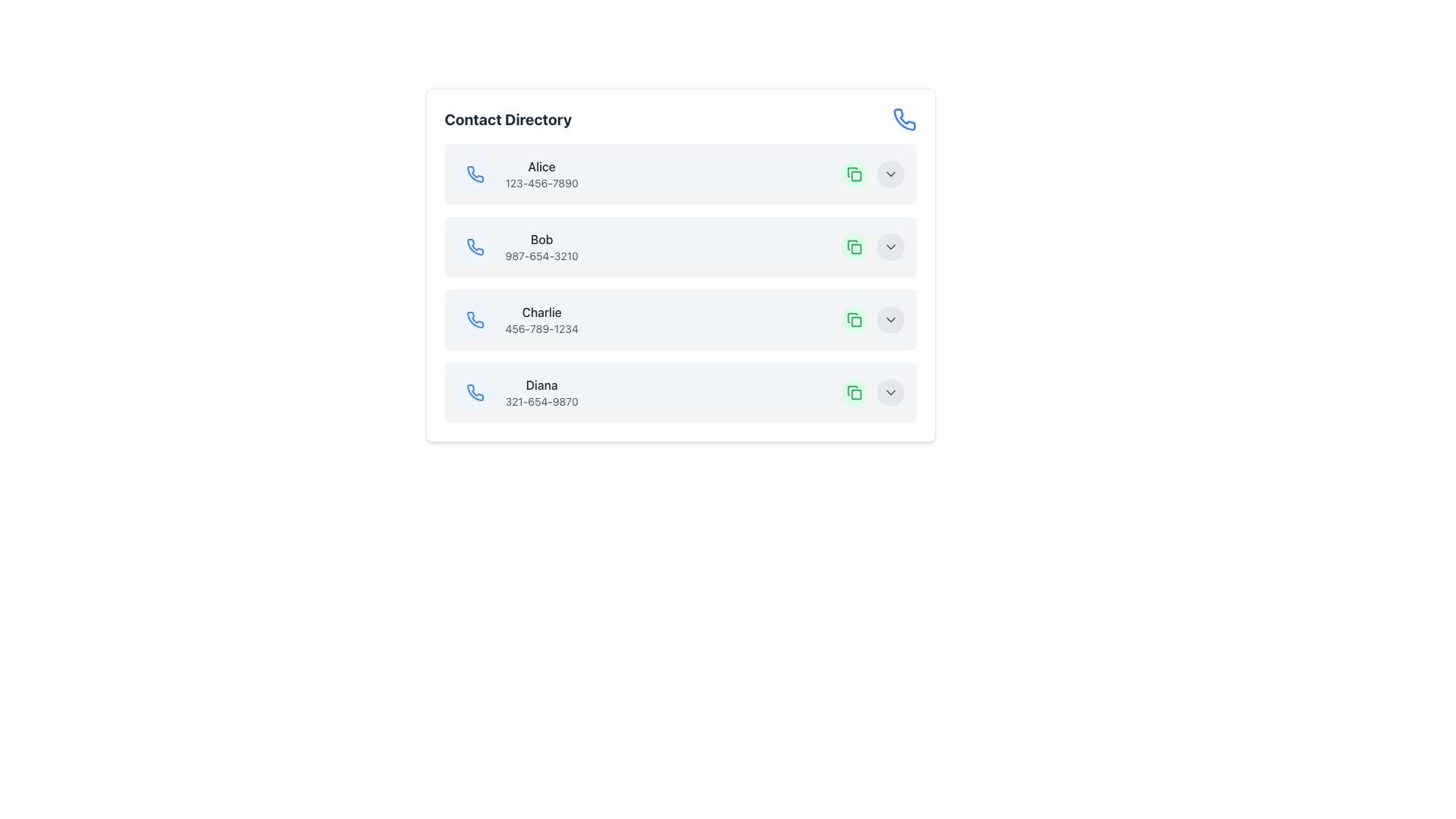  Describe the element at coordinates (854, 318) in the screenshot. I see `the 'copy' icon depicted as overlapping squares in the contact entry labeled 'Charlie' (456-789-1234)` at that location.